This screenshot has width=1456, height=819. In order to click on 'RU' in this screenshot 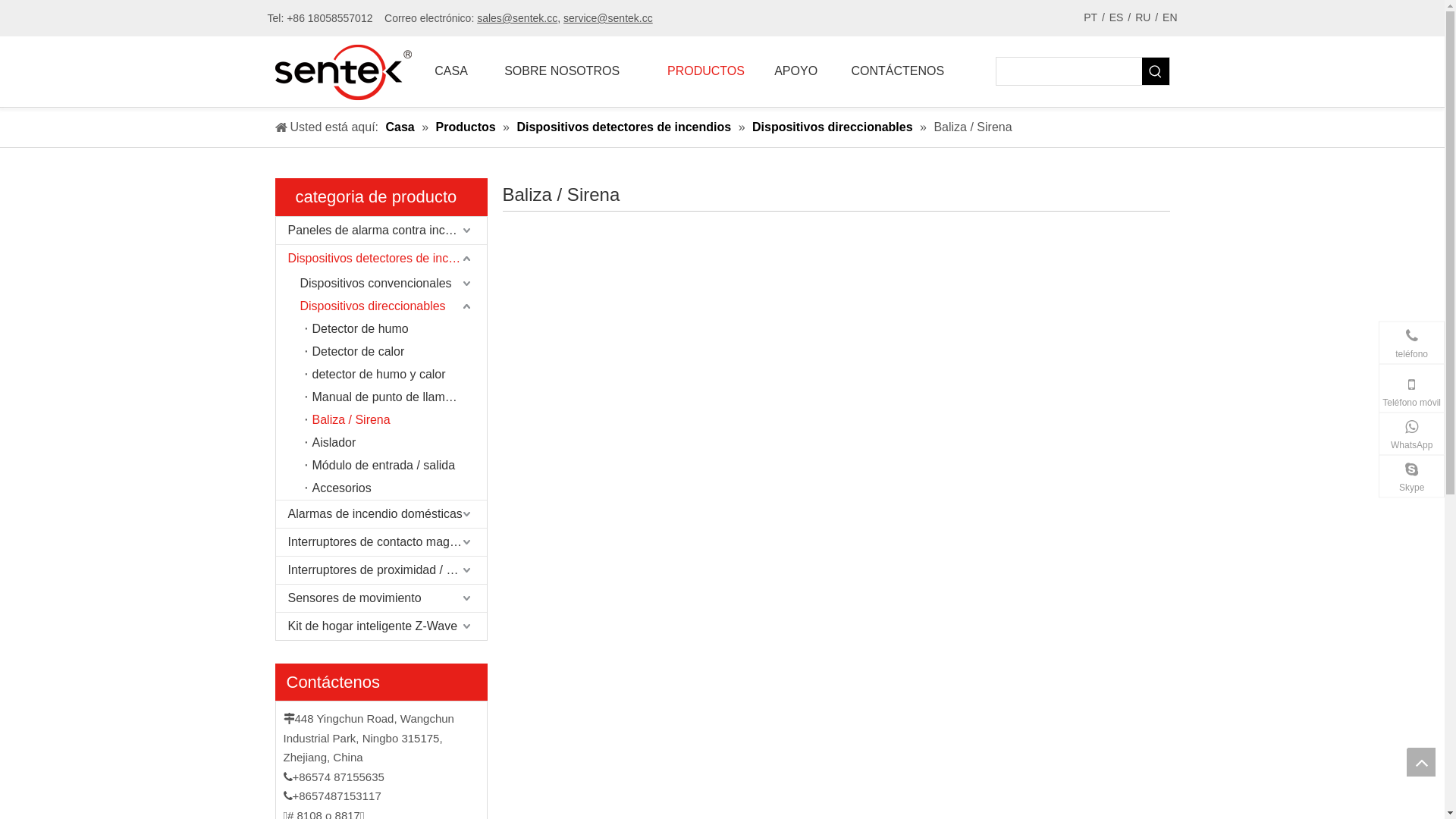, I will do `click(1135, 17)`.